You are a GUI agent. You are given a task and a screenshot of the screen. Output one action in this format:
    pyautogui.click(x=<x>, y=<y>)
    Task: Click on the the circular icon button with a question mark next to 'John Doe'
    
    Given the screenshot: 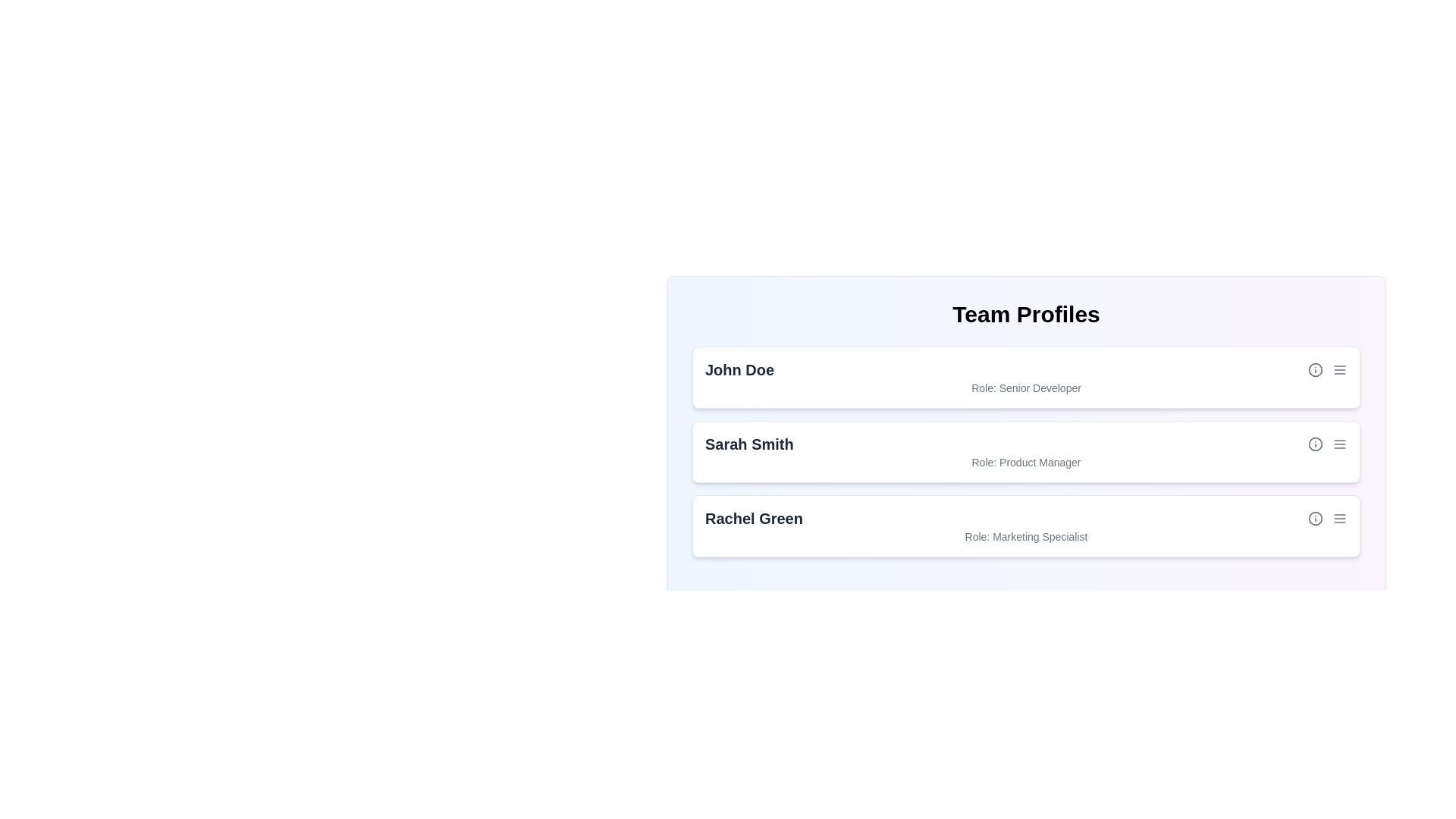 What is the action you would take?
    pyautogui.click(x=1314, y=370)
    